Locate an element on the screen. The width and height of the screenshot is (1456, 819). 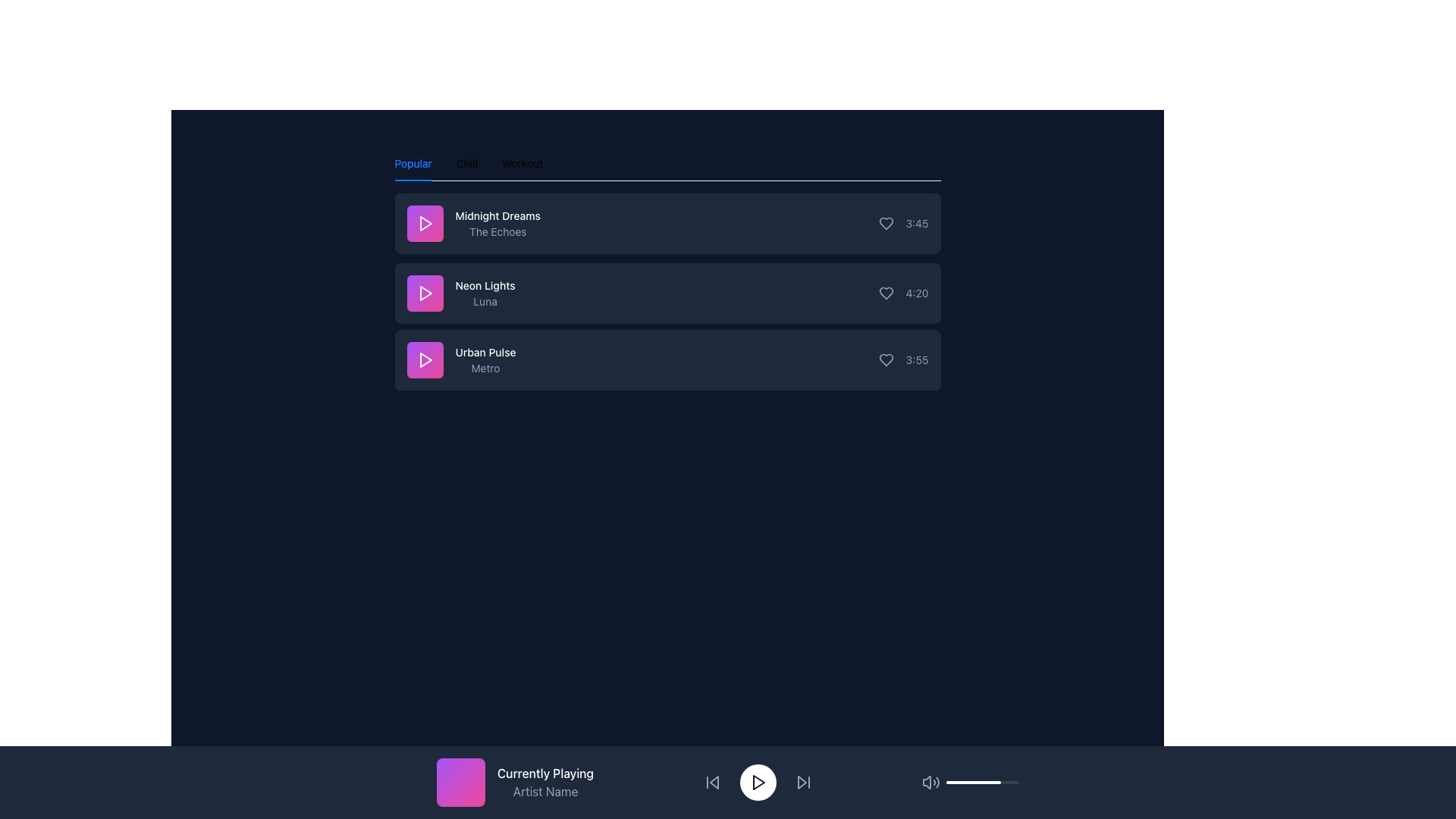
the 'Chill' tab navigation control is located at coordinates (466, 164).